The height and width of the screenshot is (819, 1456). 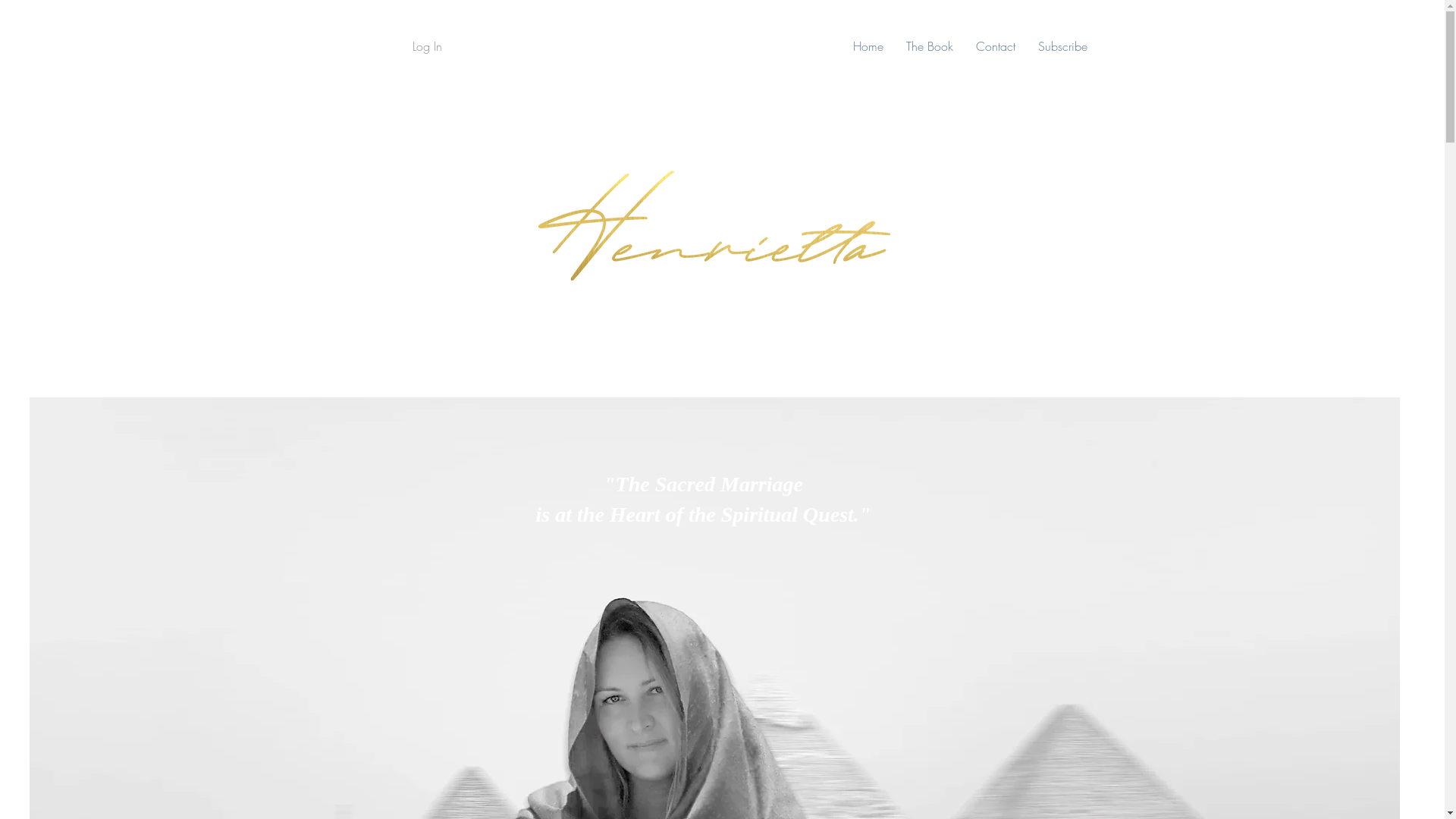 What do you see at coordinates (412, 45) in the screenshot?
I see `'Log In'` at bounding box center [412, 45].